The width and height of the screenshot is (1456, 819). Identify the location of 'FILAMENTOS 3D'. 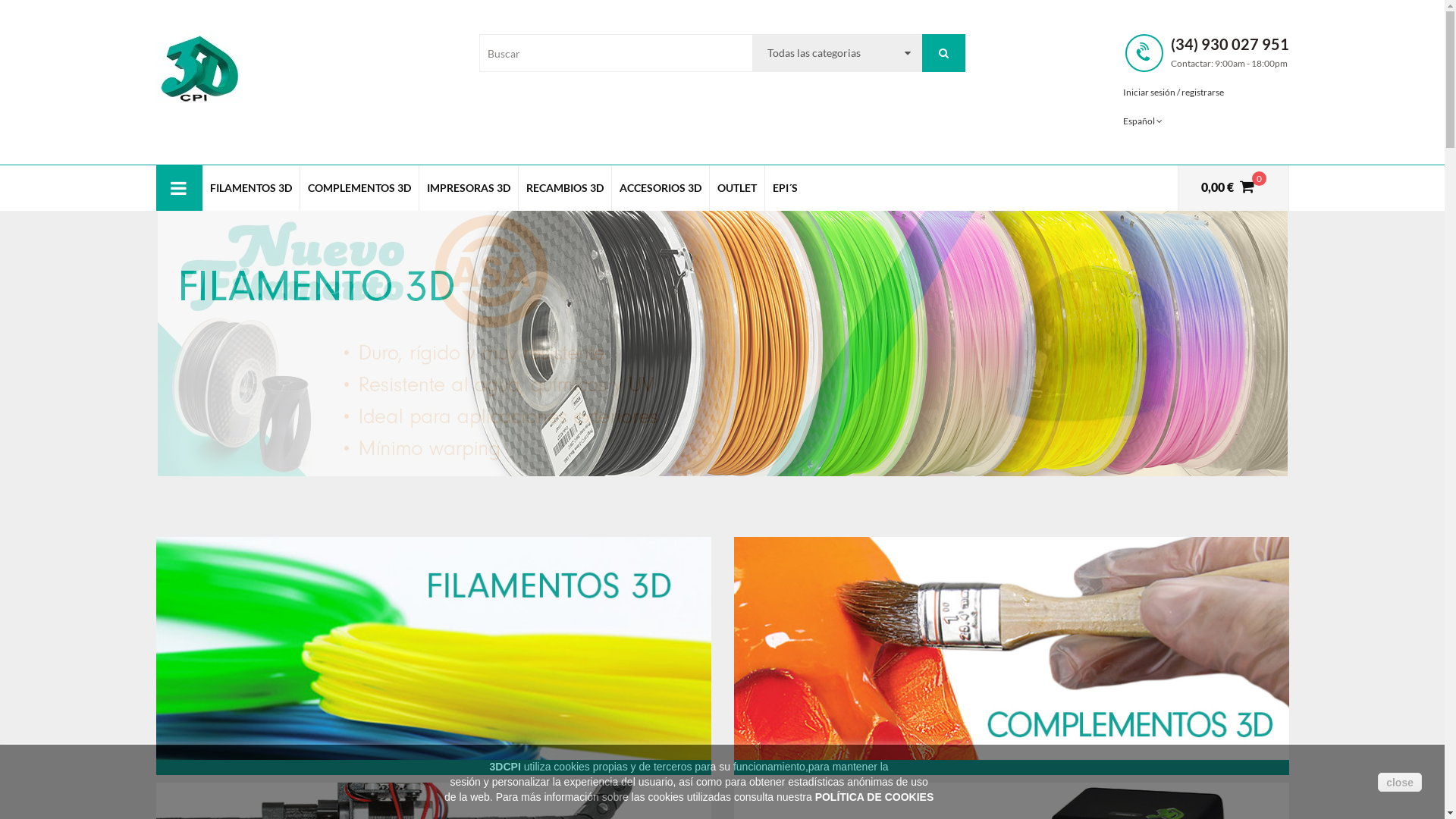
(250, 187).